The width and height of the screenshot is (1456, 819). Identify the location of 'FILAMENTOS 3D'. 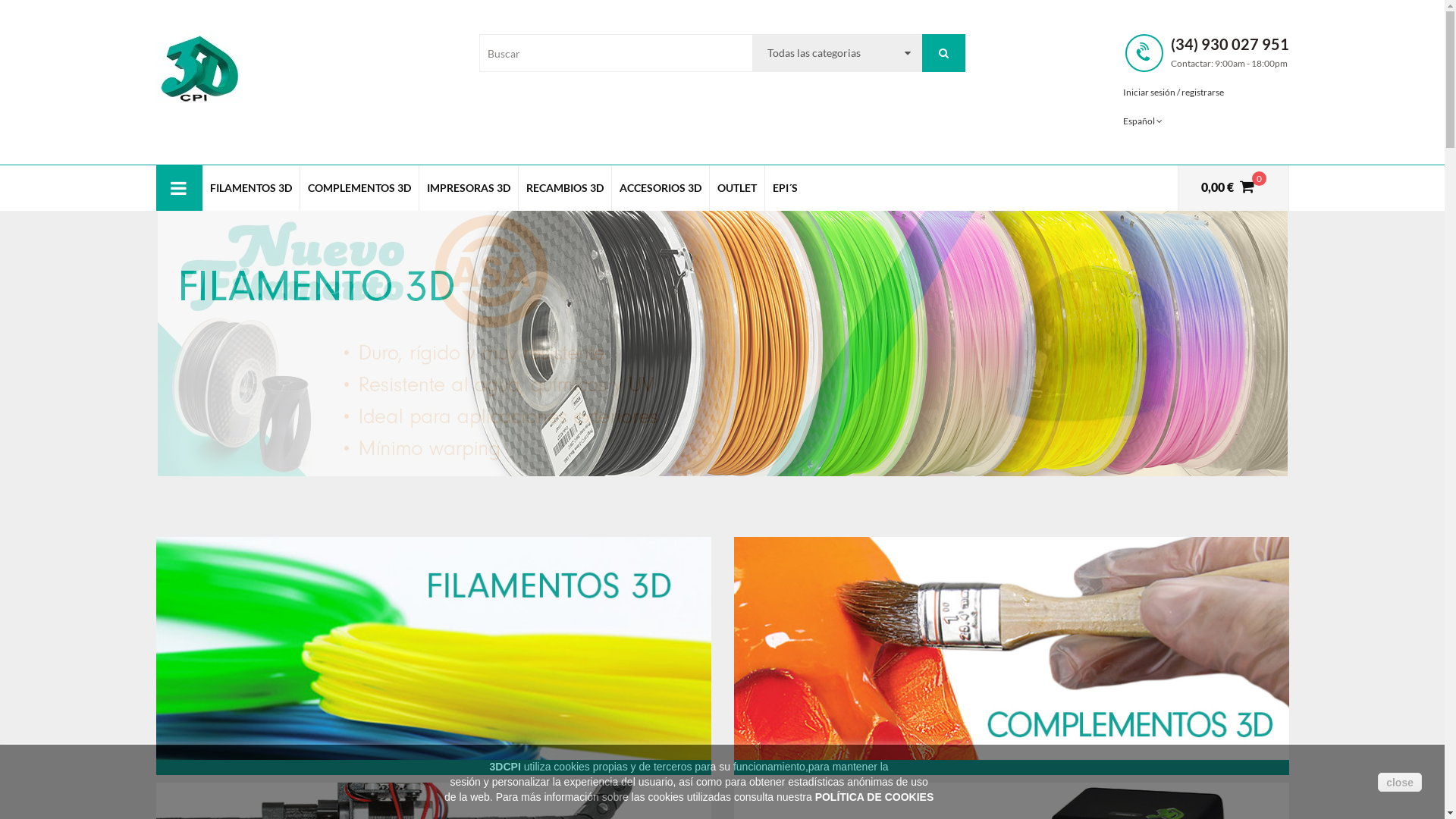
(250, 187).